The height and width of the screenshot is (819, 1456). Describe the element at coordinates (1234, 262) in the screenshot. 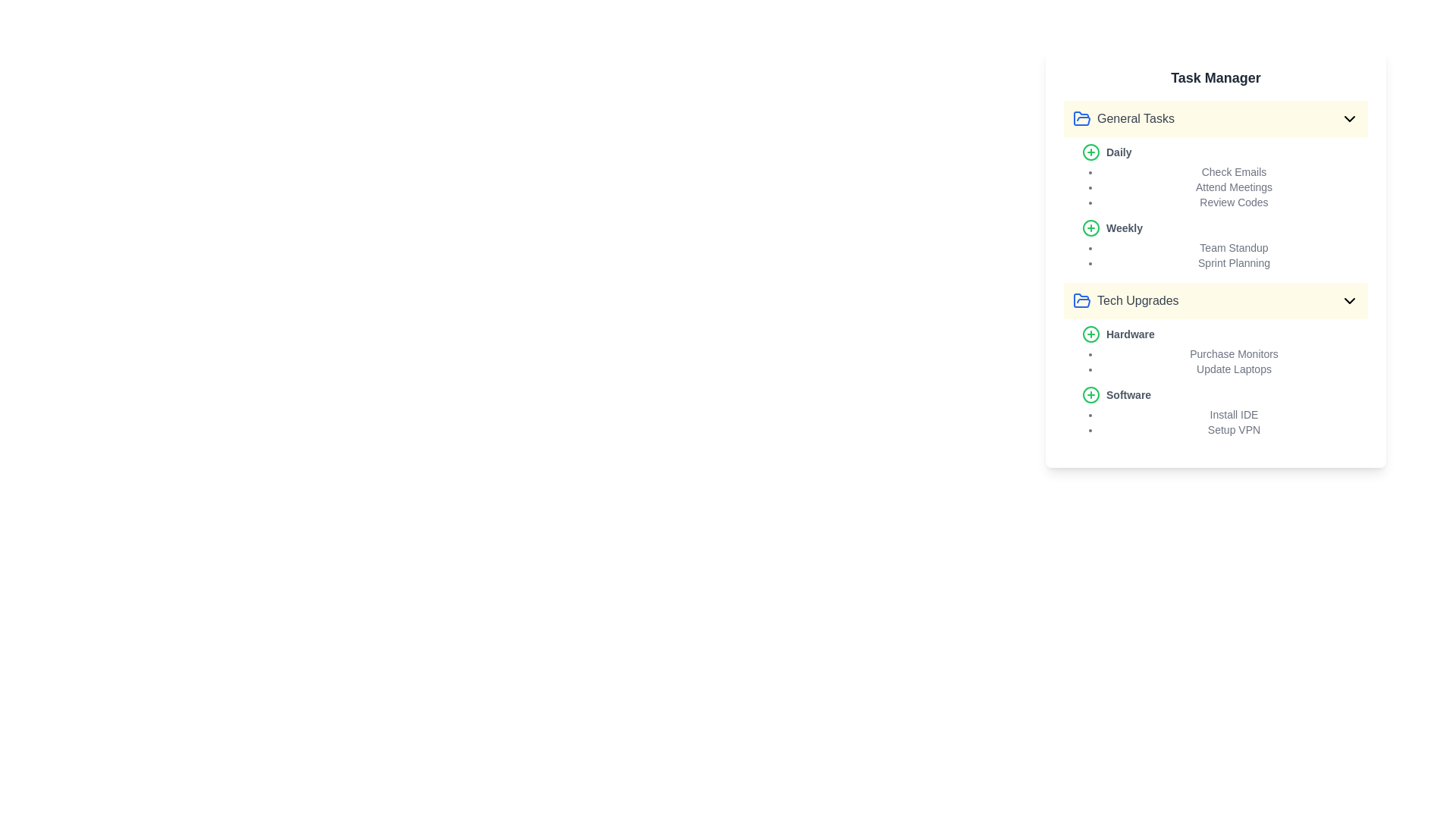

I see `the 'Sprint Planning' text label located beneath 'Team Standup'` at that location.